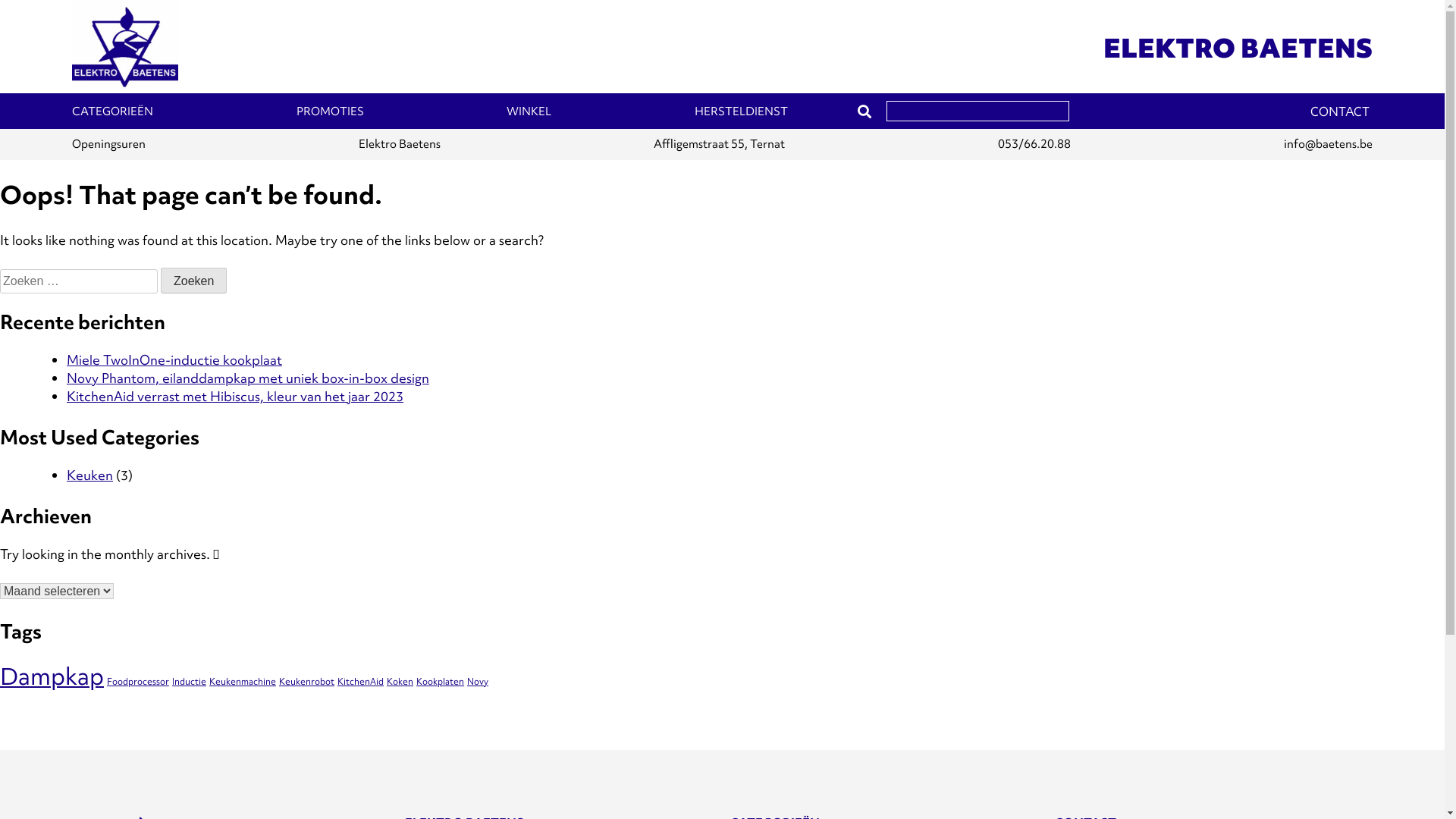  I want to click on 'PROMOTIES', so click(329, 110).